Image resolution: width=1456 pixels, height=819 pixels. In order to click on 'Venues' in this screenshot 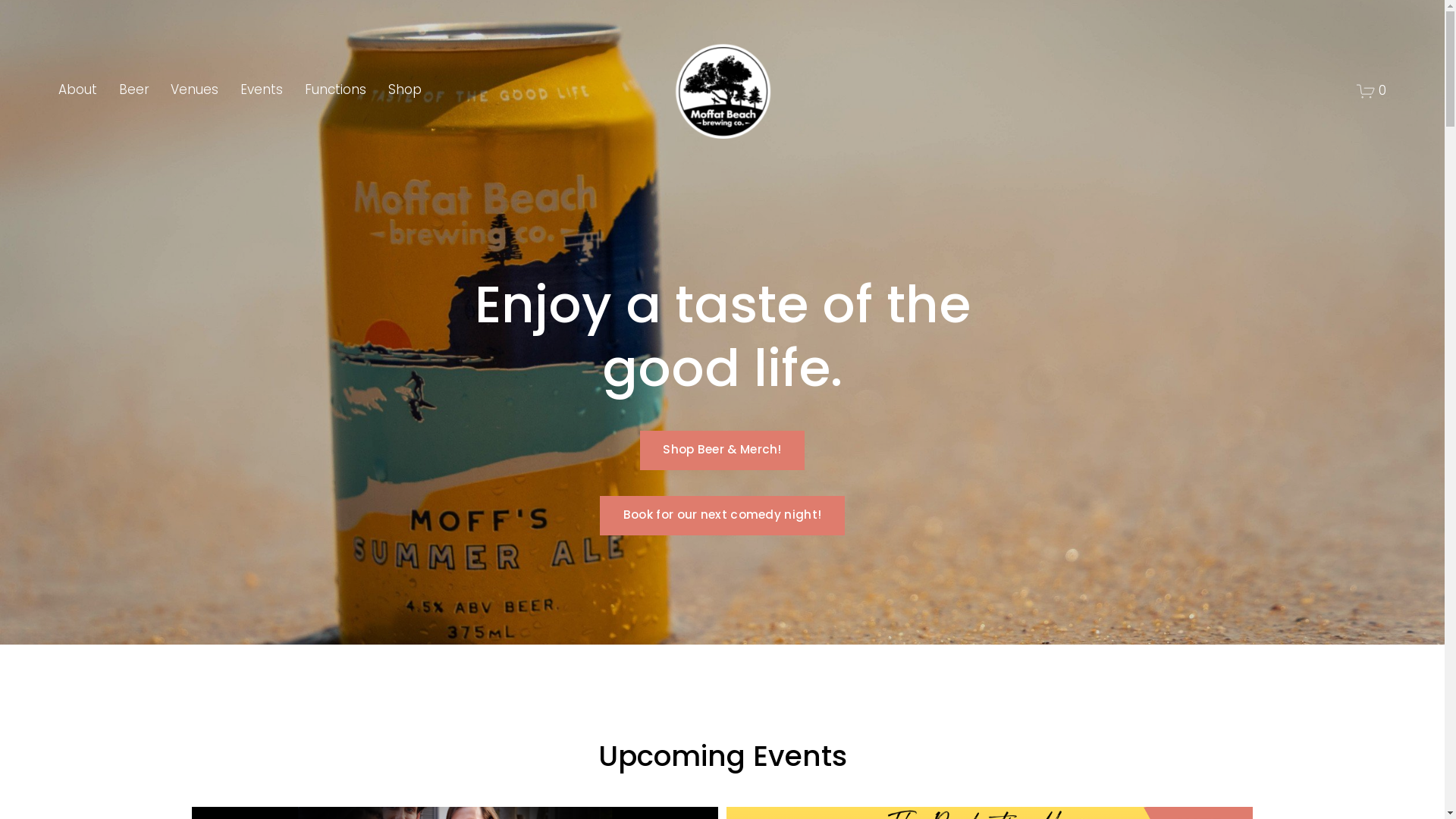, I will do `click(193, 90)`.